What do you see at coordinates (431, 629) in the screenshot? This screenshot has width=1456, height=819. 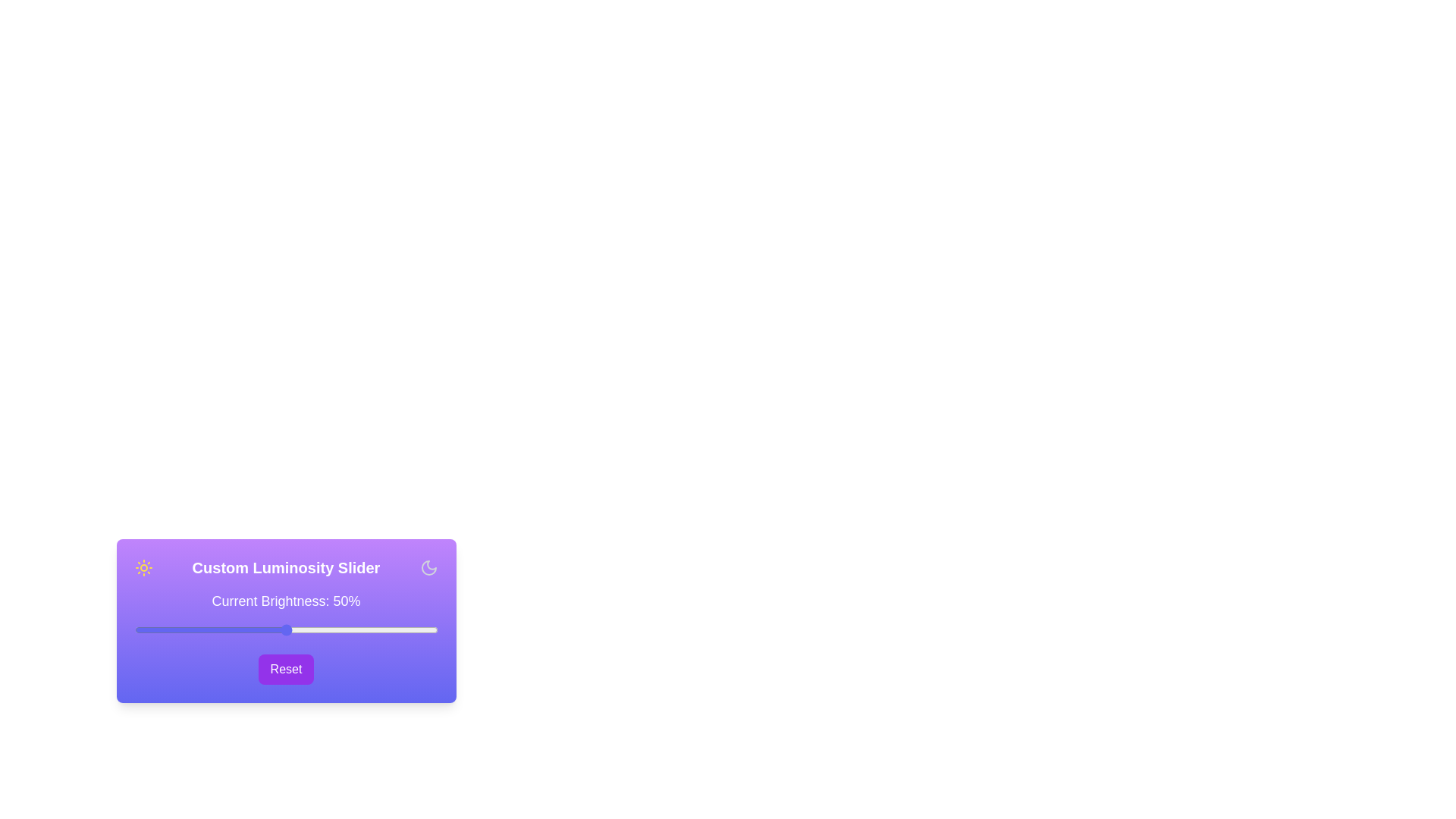 I see `brightness` at bounding box center [431, 629].